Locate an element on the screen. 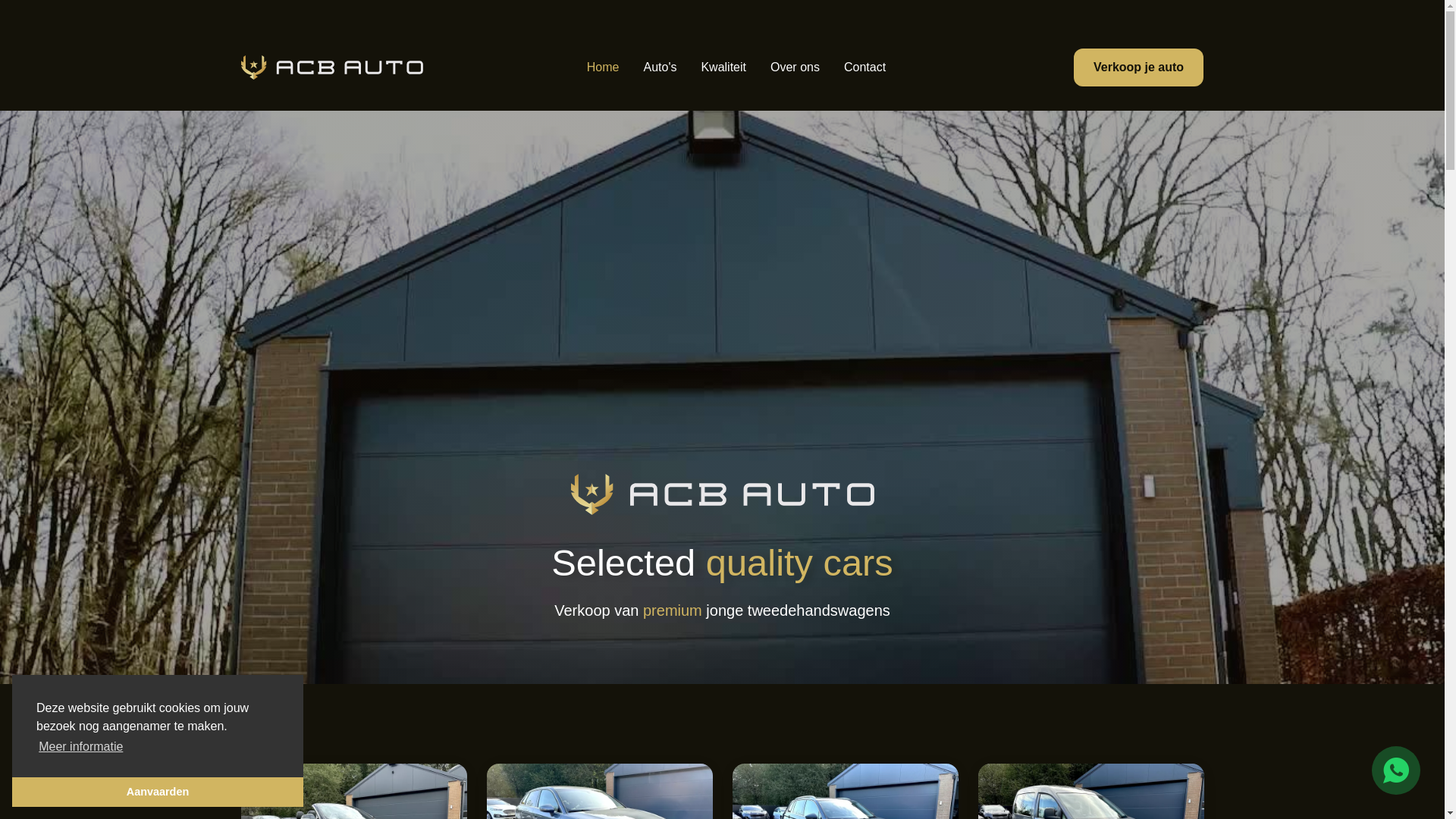 The height and width of the screenshot is (819, 1456). 'Meer informatie' is located at coordinates (36, 745).